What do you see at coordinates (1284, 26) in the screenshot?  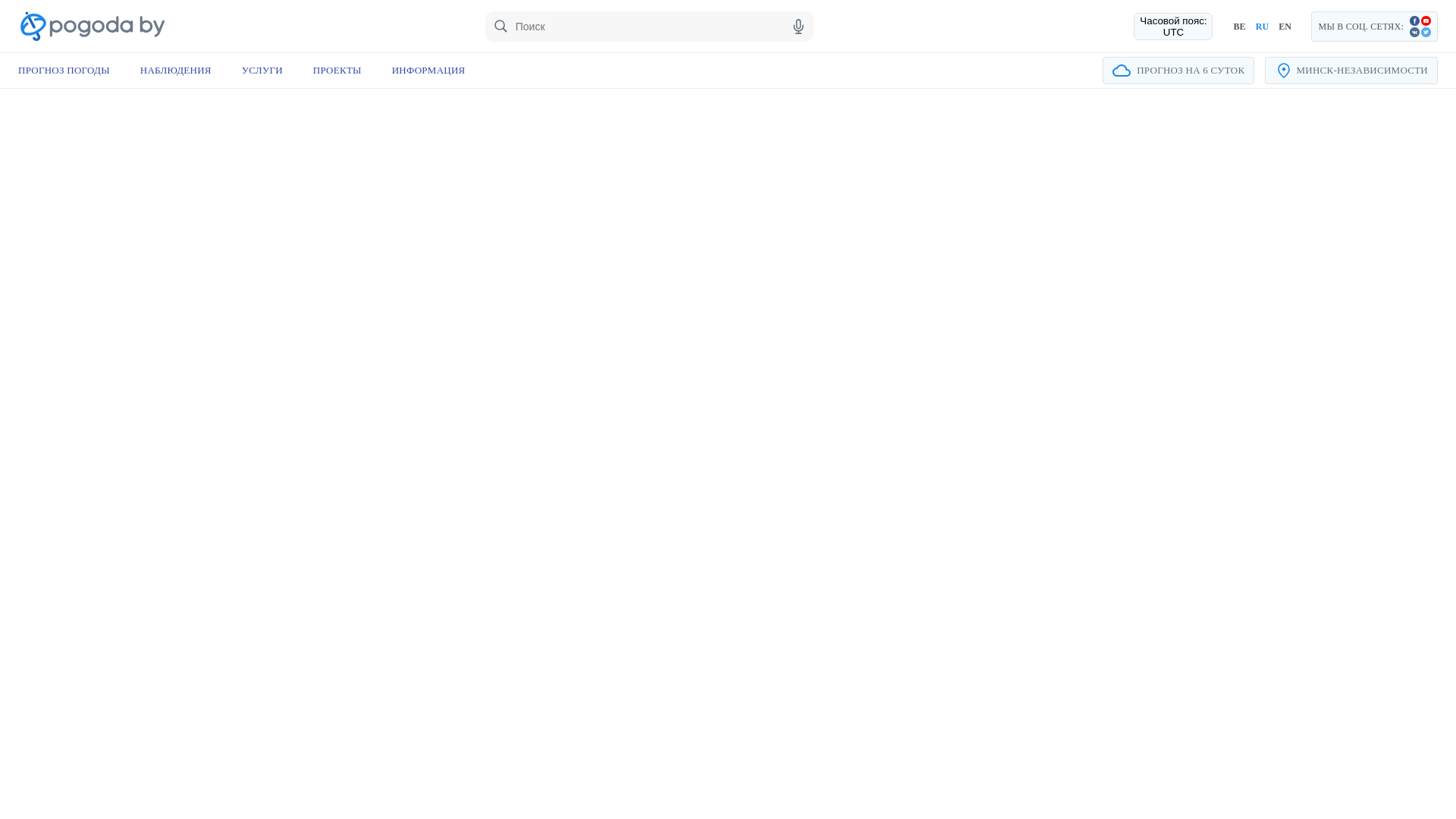 I see `'EN'` at bounding box center [1284, 26].